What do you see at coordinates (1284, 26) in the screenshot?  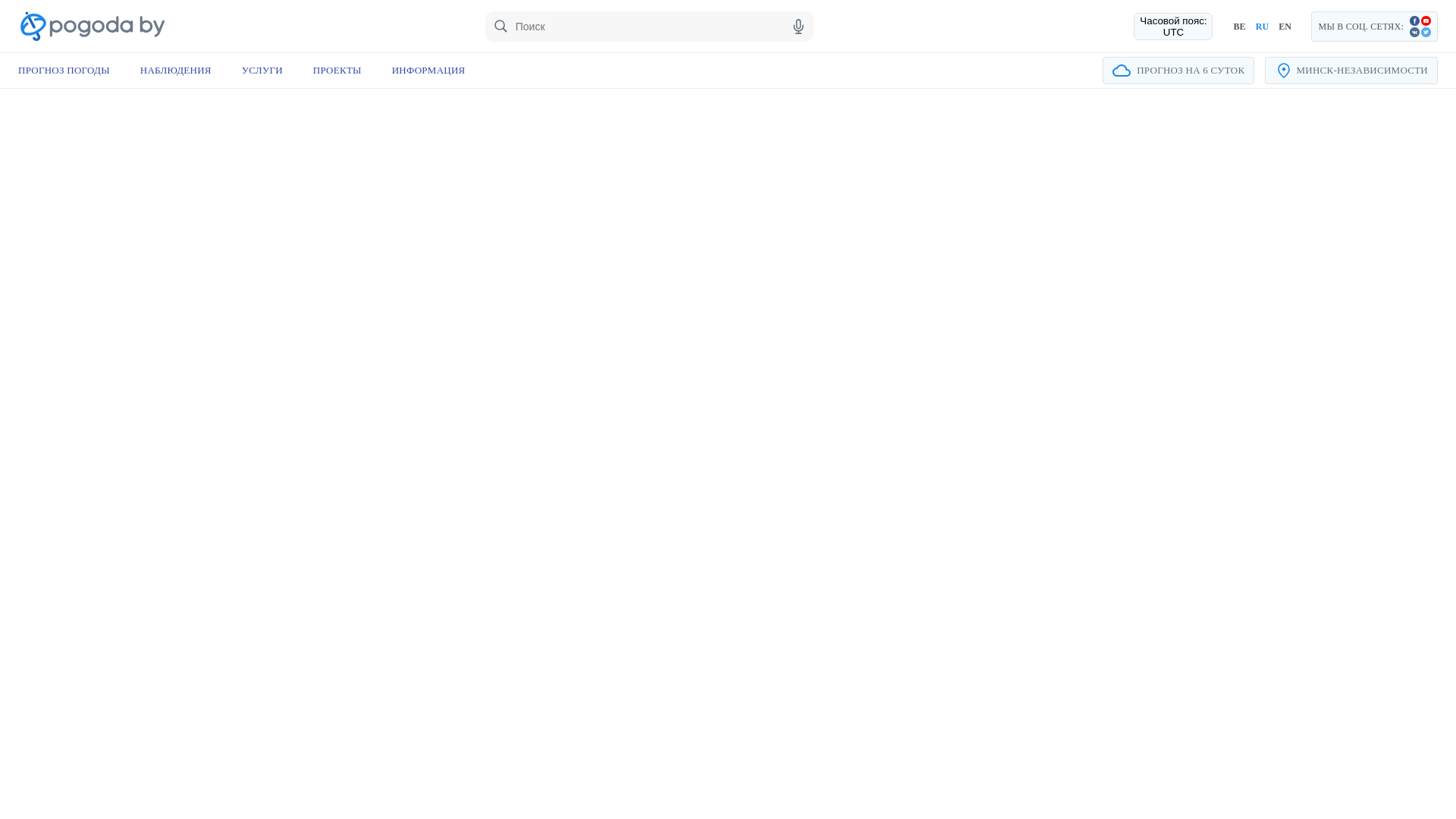 I see `'EN'` at bounding box center [1284, 26].